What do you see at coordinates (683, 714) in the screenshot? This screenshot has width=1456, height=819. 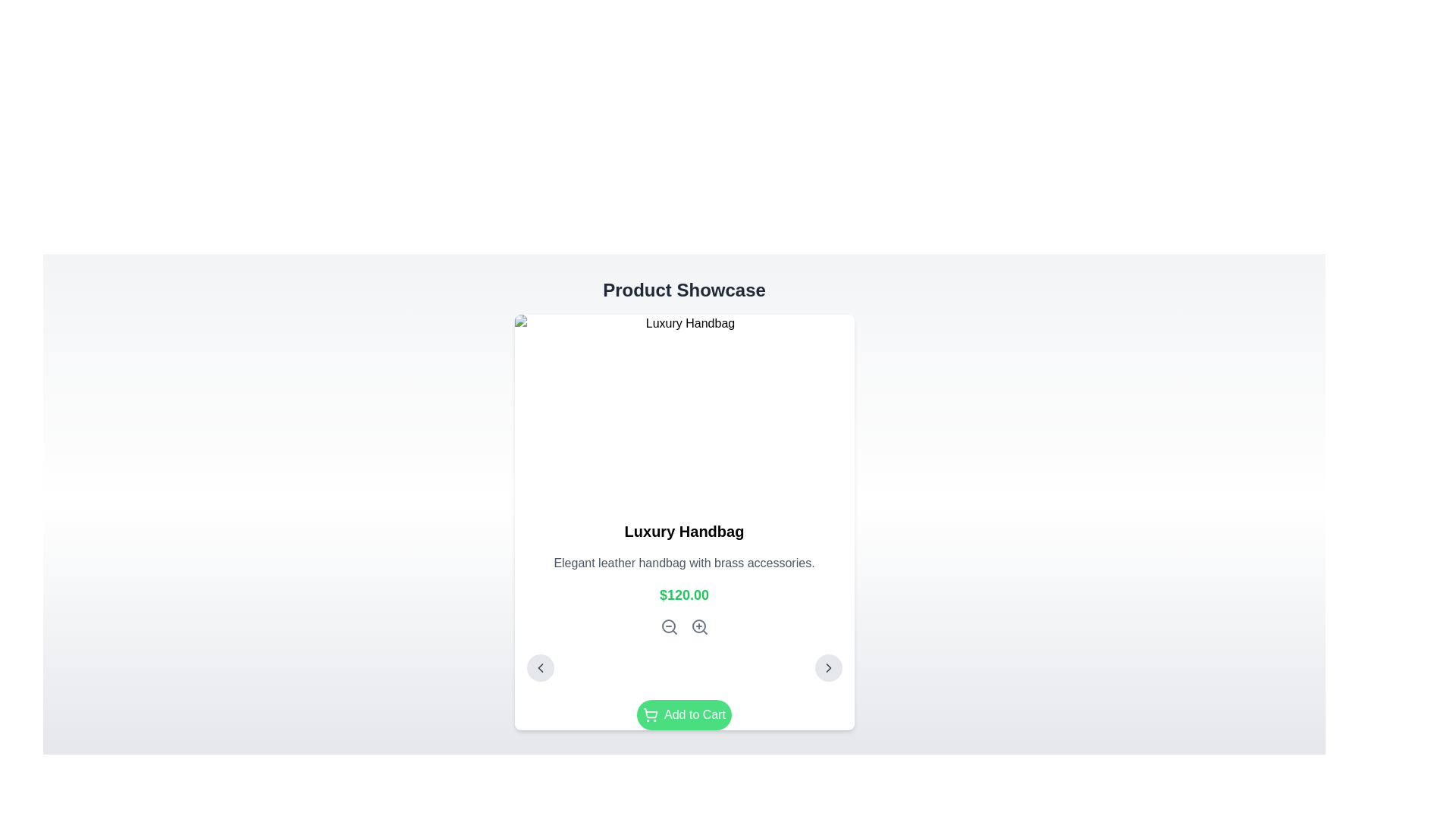 I see `the rounded green button labeled 'Add to Cart' with a shopping cart icon` at bounding box center [683, 714].